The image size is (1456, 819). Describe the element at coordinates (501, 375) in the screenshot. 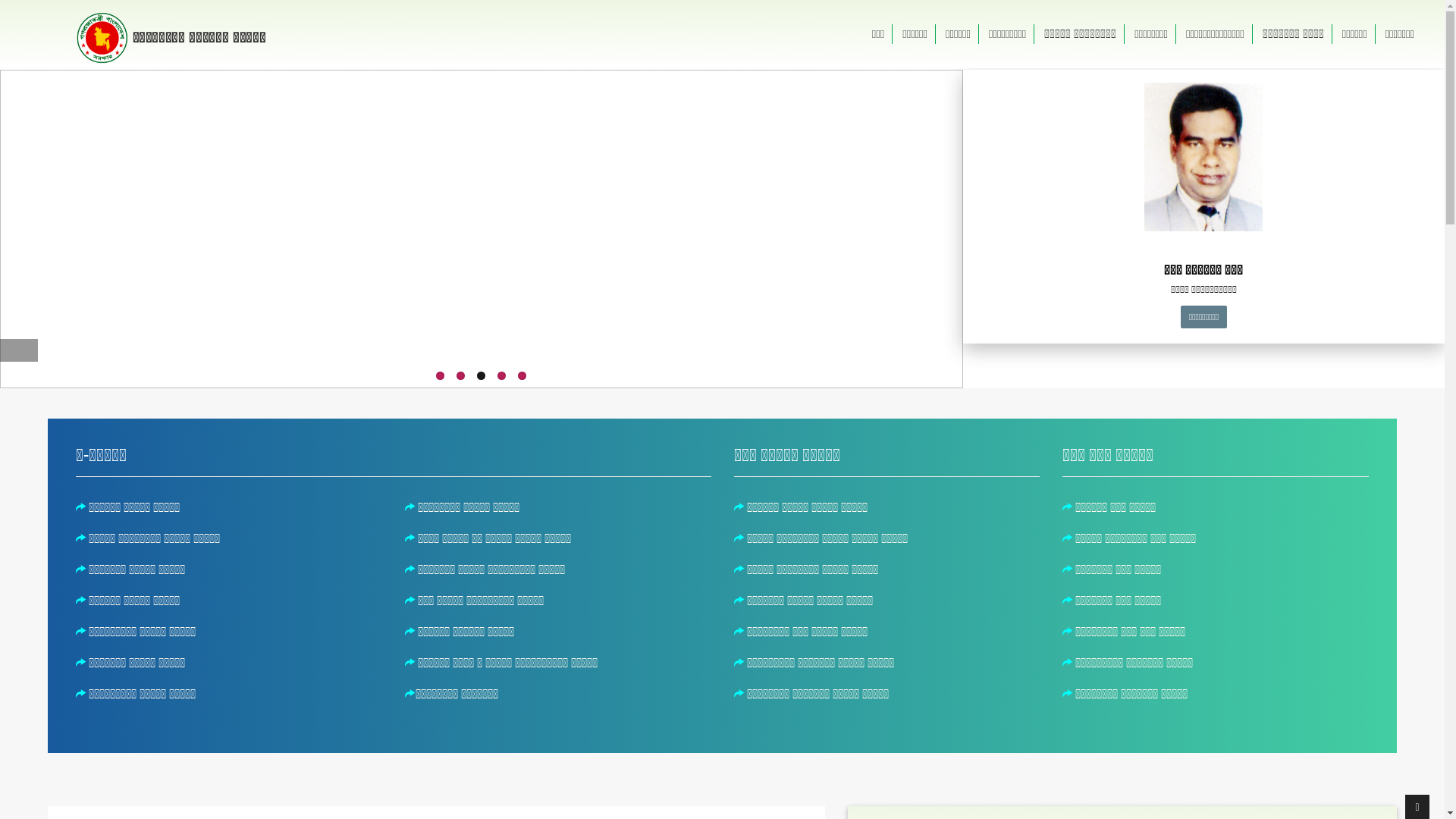

I see `'4'` at that location.